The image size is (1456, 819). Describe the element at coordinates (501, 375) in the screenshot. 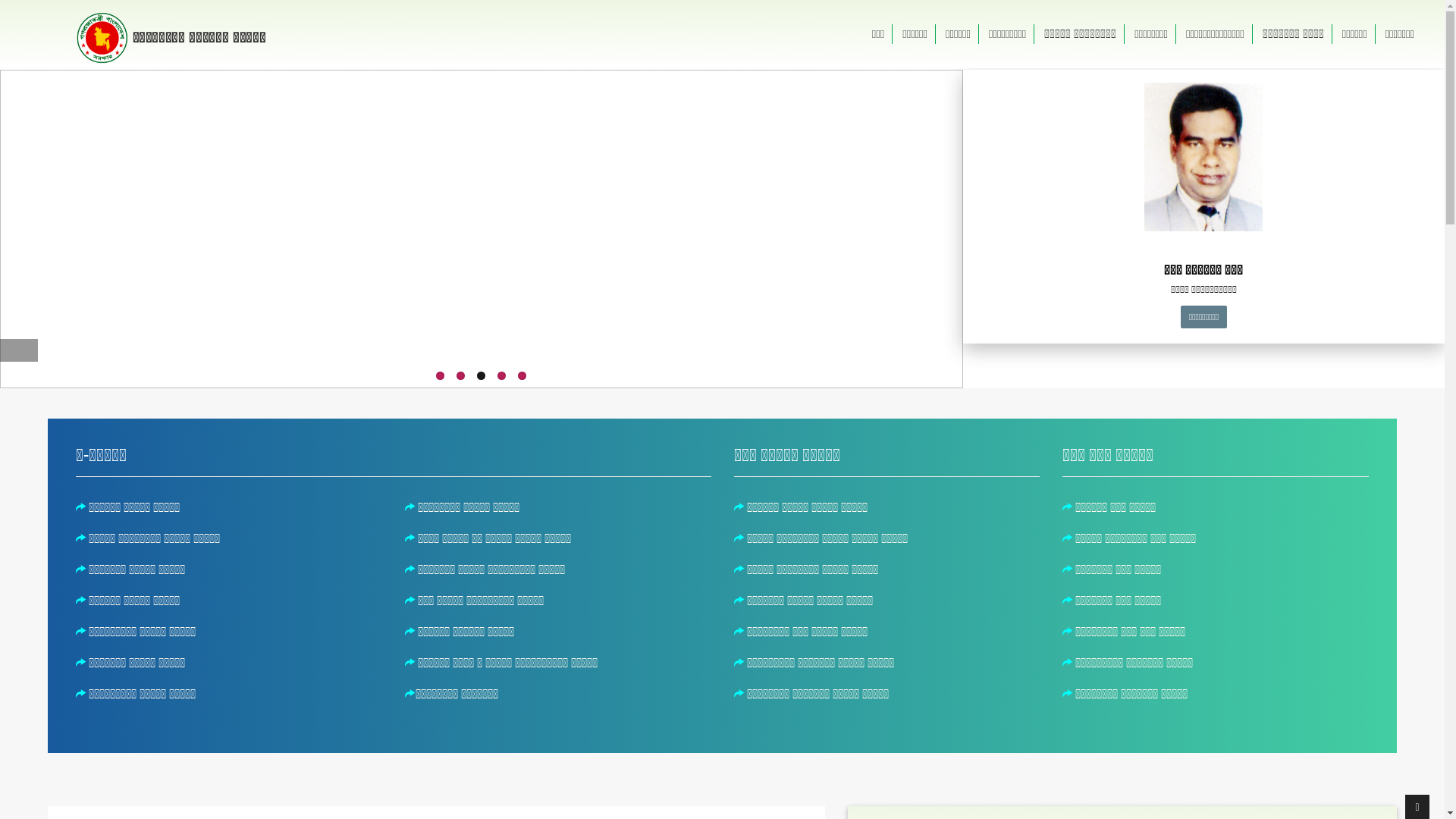

I see `'4'` at that location.